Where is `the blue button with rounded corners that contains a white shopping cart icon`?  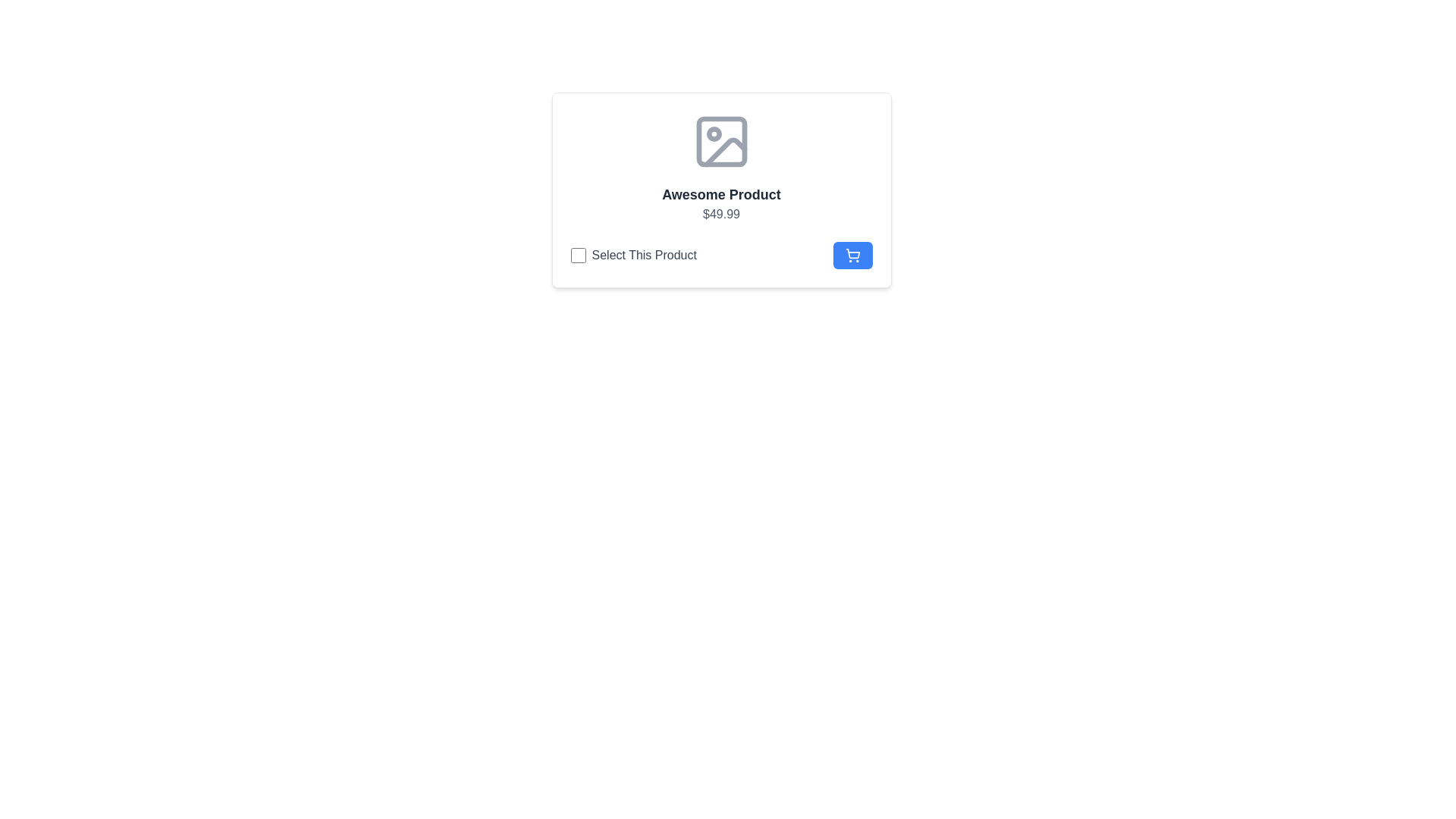 the blue button with rounded corners that contains a white shopping cart icon is located at coordinates (852, 254).